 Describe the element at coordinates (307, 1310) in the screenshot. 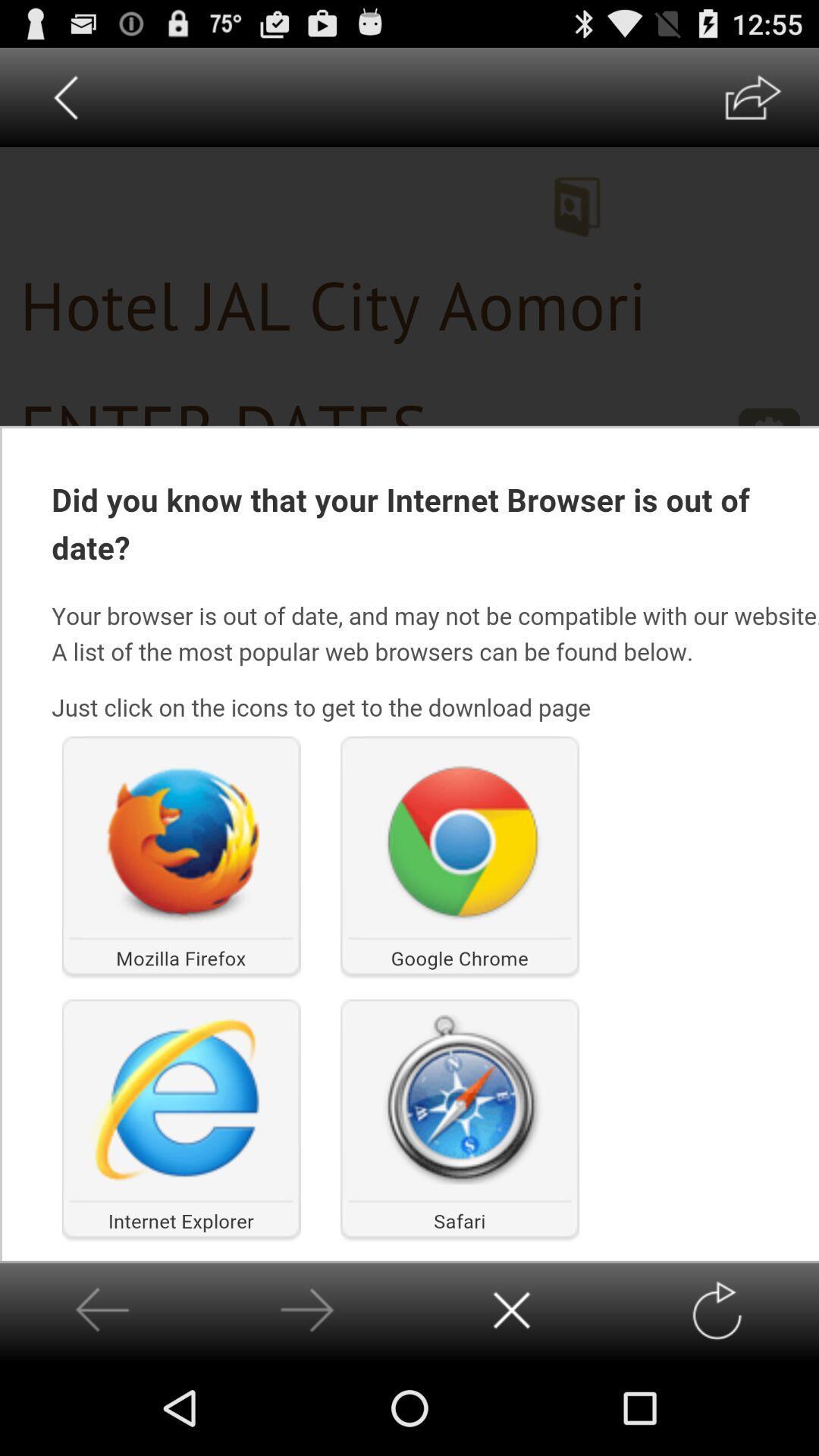

I see `next page` at that location.